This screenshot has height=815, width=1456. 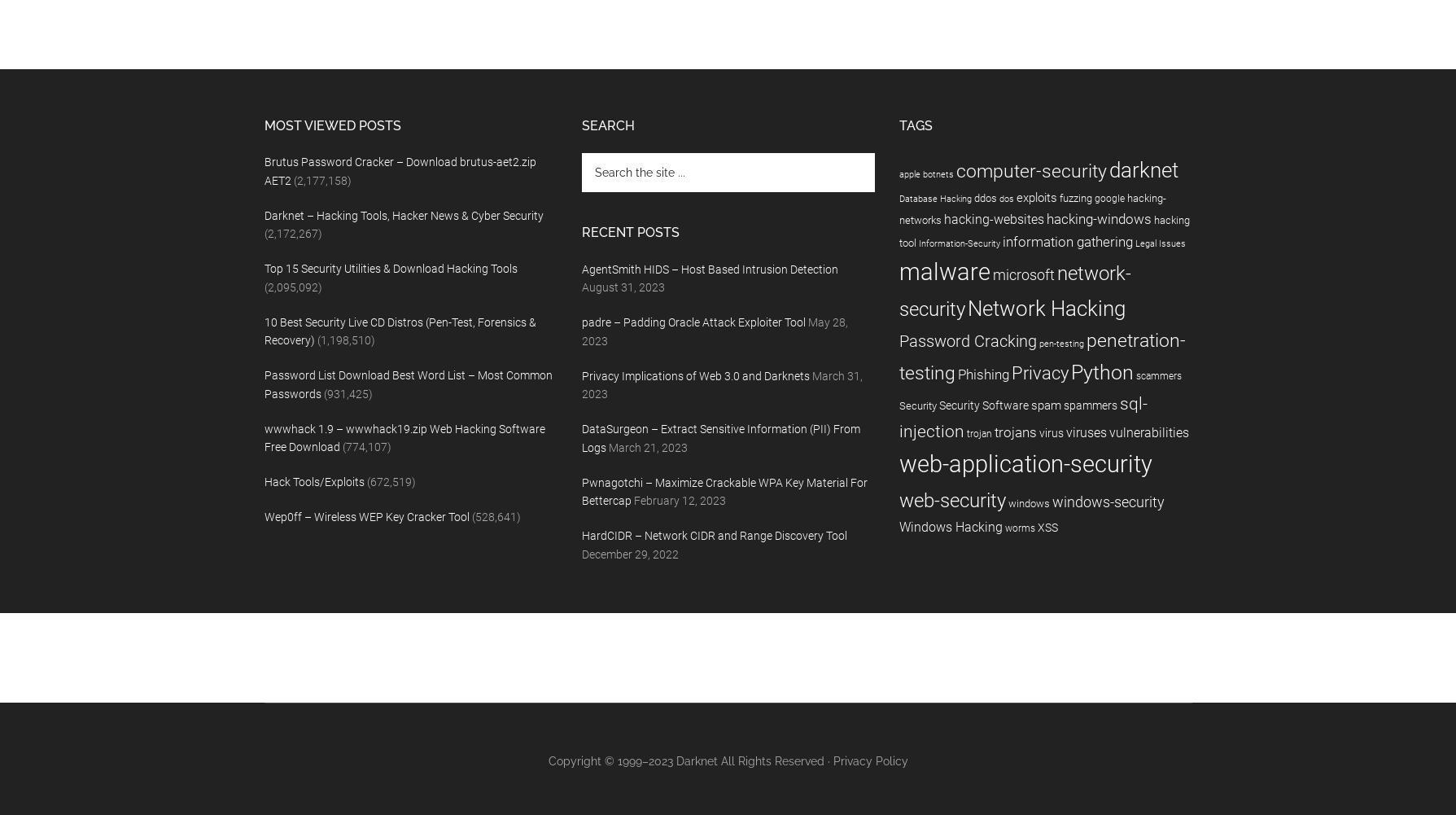 What do you see at coordinates (1108, 502) in the screenshot?
I see `'windows-security'` at bounding box center [1108, 502].